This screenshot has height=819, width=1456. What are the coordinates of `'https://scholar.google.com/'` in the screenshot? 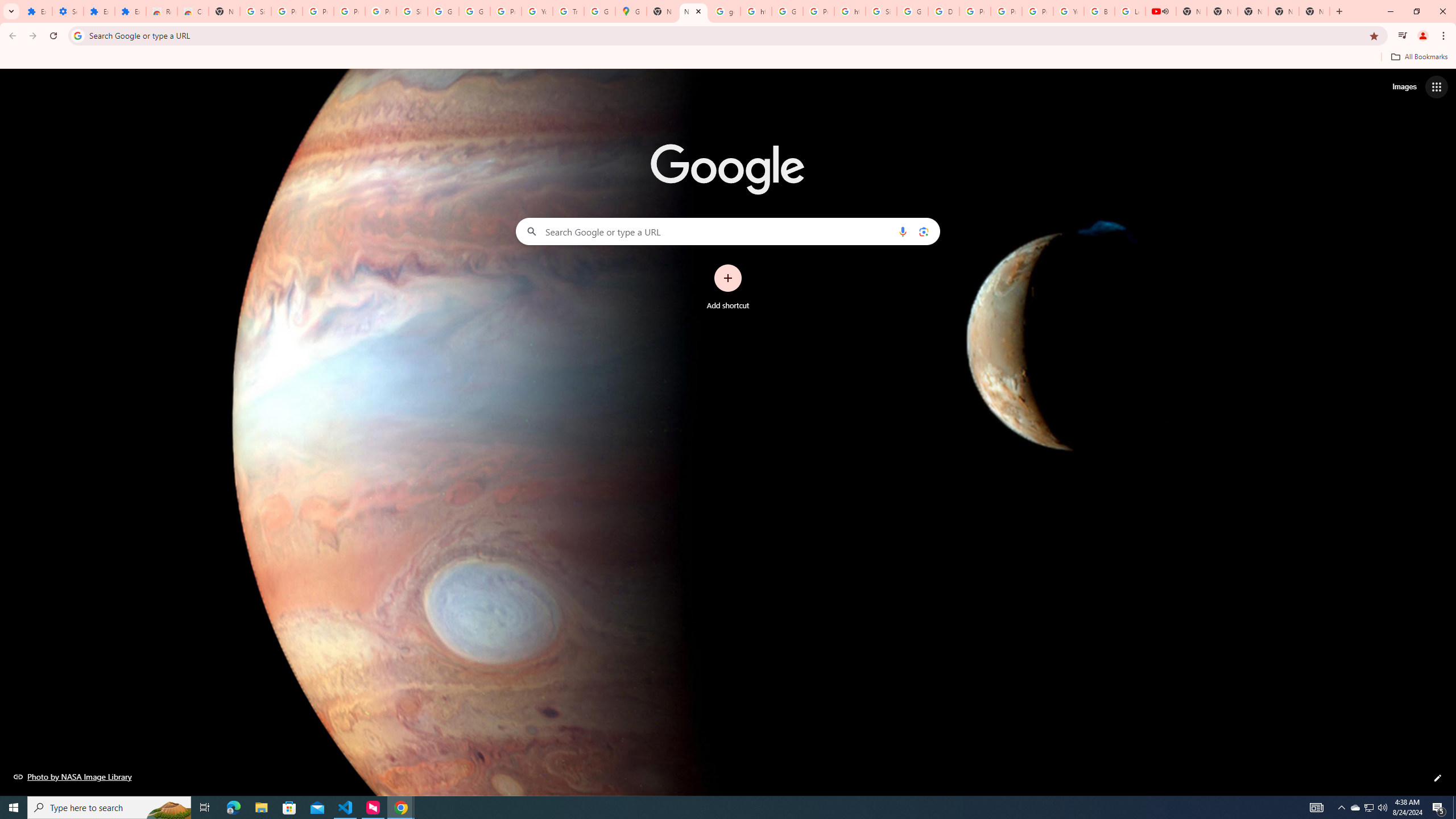 It's located at (755, 11).